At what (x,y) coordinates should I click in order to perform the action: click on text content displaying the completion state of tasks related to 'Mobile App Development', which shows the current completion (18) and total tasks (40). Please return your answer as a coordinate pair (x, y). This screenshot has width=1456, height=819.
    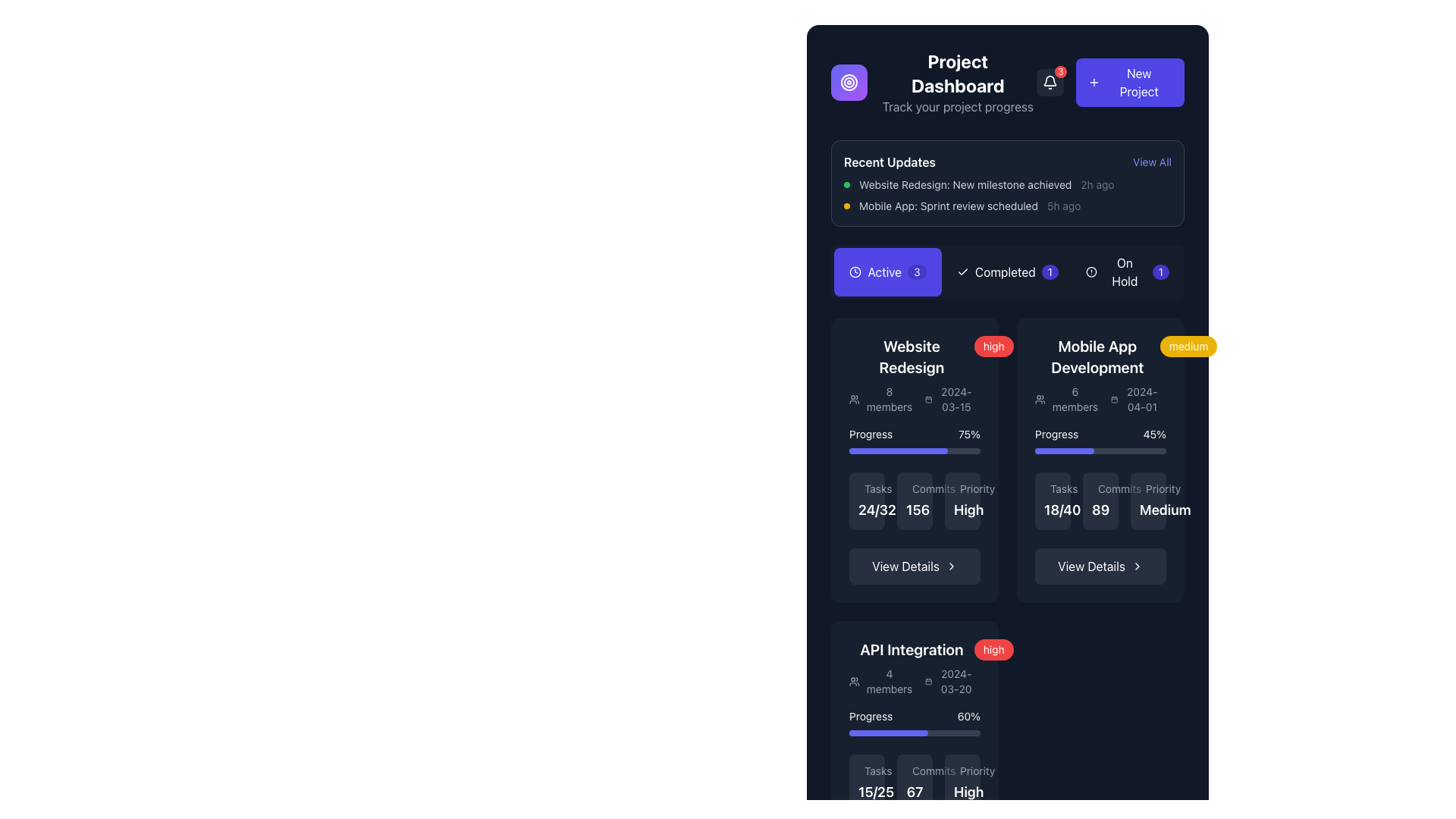
    Looking at the image, I should click on (1052, 500).